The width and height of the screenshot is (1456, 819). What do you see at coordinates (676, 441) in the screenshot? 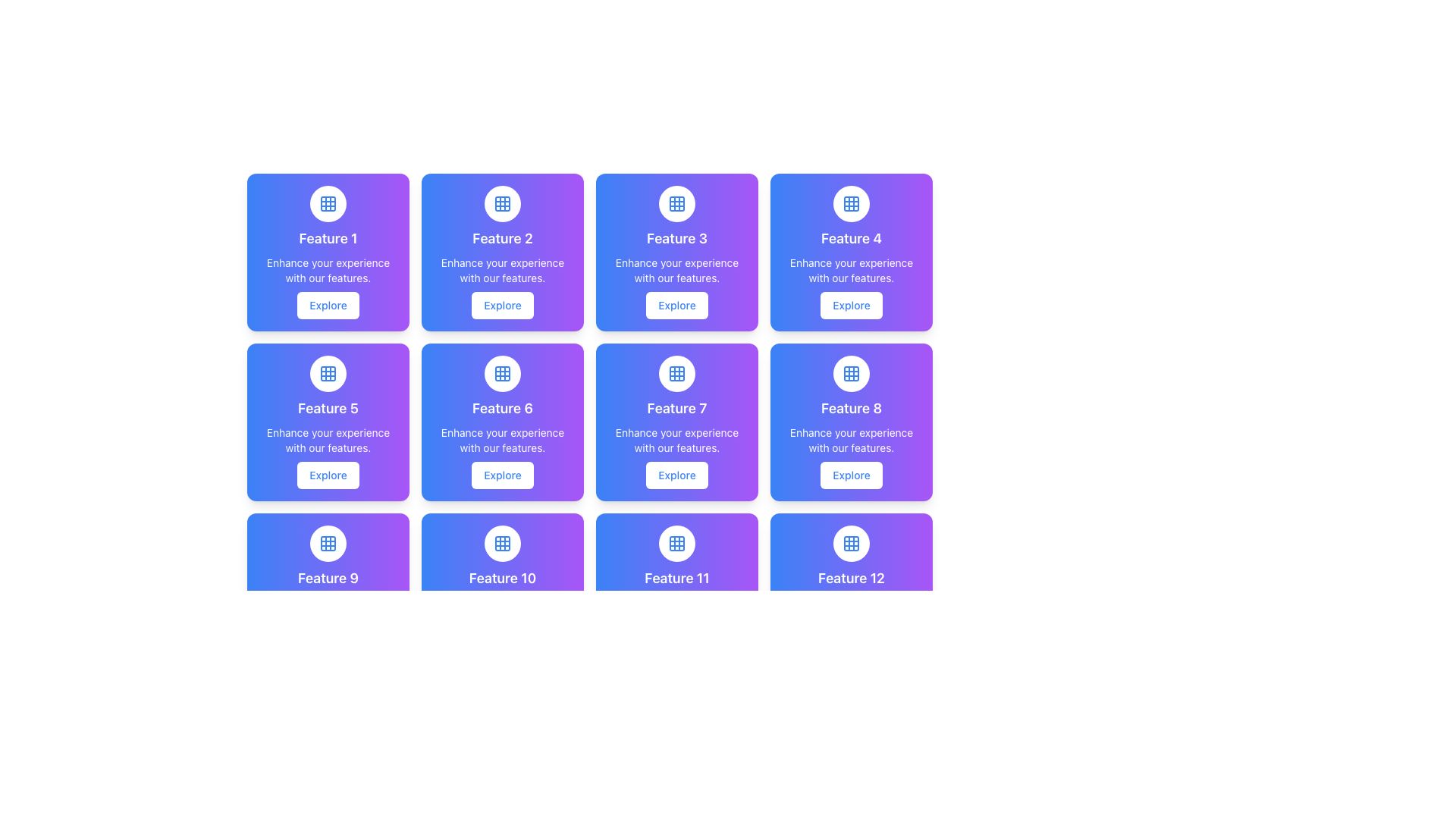
I see `text label that says 'Enhance your experience with our features.' located in the 'Feature 7' panel, which is in the third row and third column of the grid layout` at bounding box center [676, 441].